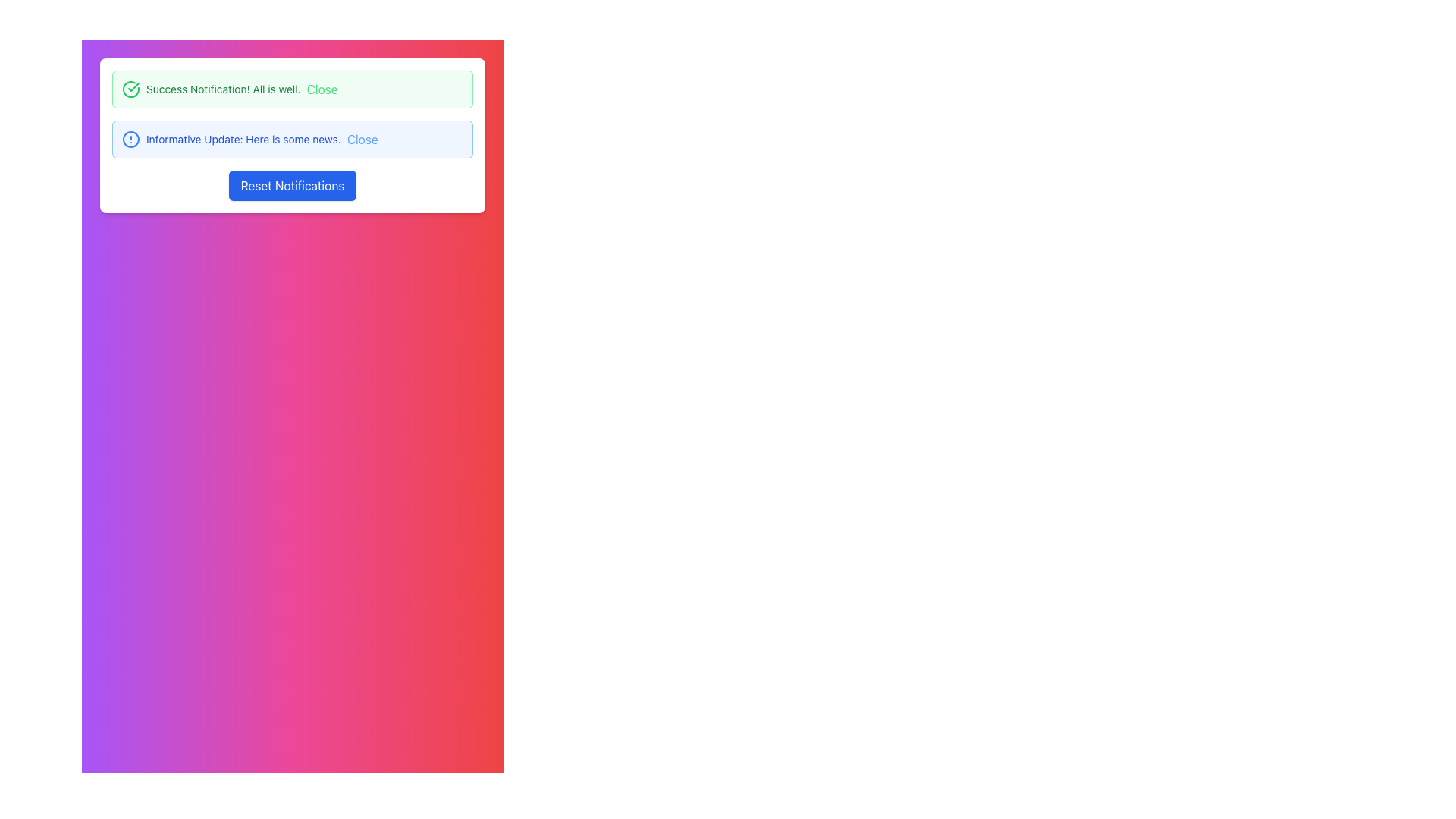  Describe the element at coordinates (362, 140) in the screenshot. I see `the 'Close' button` at that location.